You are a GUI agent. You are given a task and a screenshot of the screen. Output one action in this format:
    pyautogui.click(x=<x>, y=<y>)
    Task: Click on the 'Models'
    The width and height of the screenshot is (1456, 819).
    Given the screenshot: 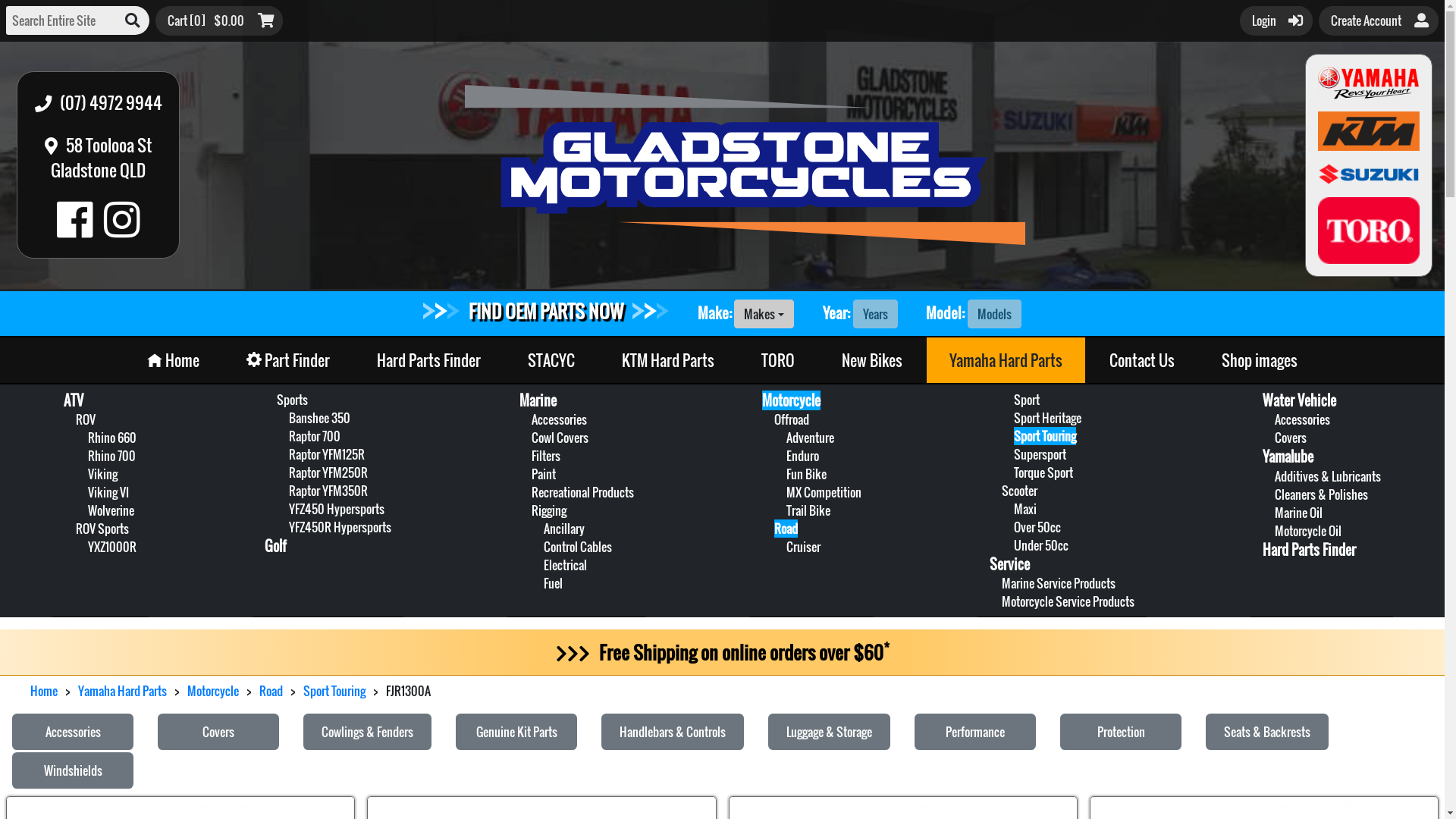 What is the action you would take?
    pyautogui.click(x=994, y=312)
    